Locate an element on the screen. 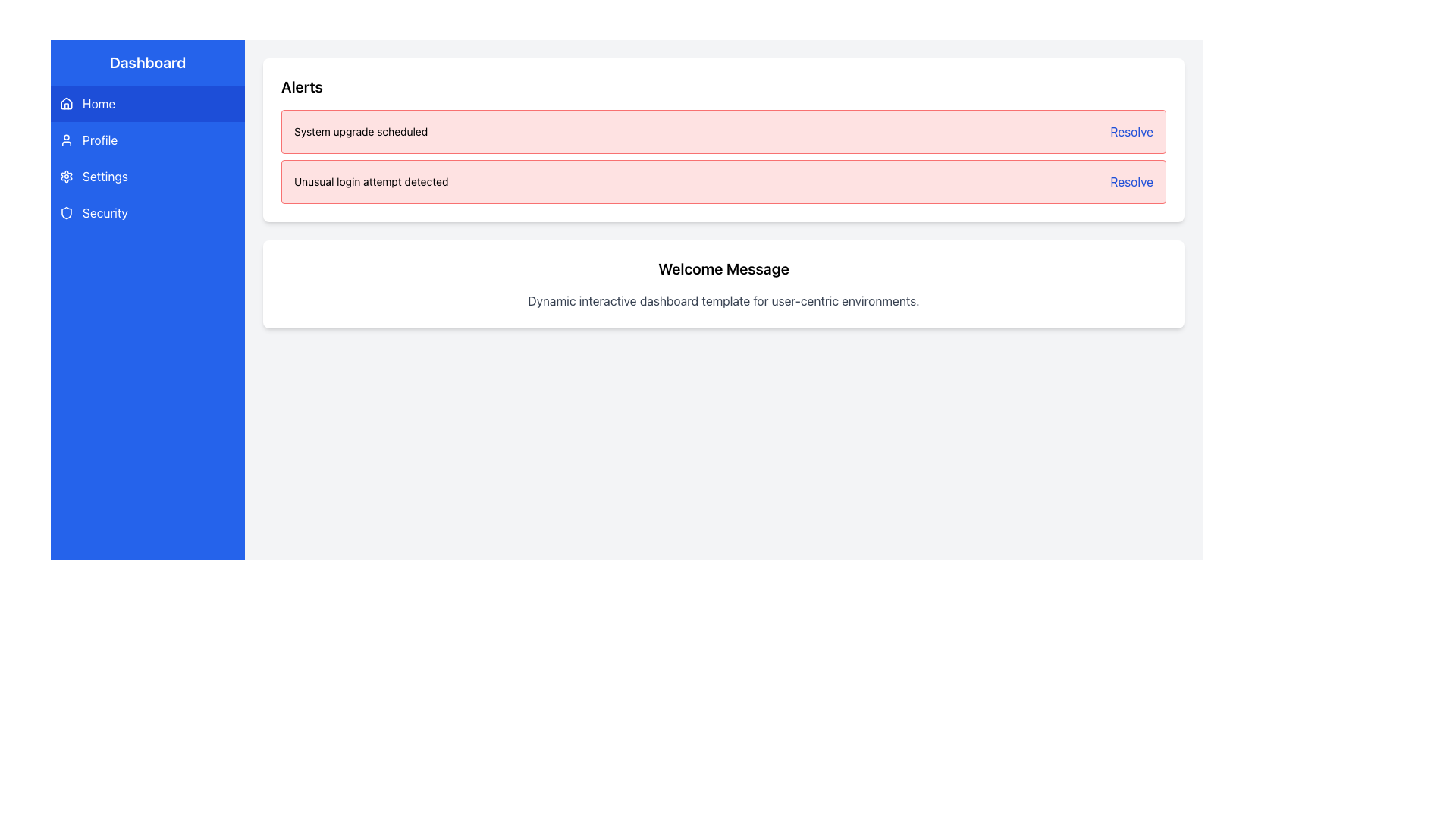 This screenshot has width=1456, height=819. the blue text hyperlink 'Resolve' located on the right side of the alert bar labeled 'System upgrade scheduled' is located at coordinates (1131, 130).